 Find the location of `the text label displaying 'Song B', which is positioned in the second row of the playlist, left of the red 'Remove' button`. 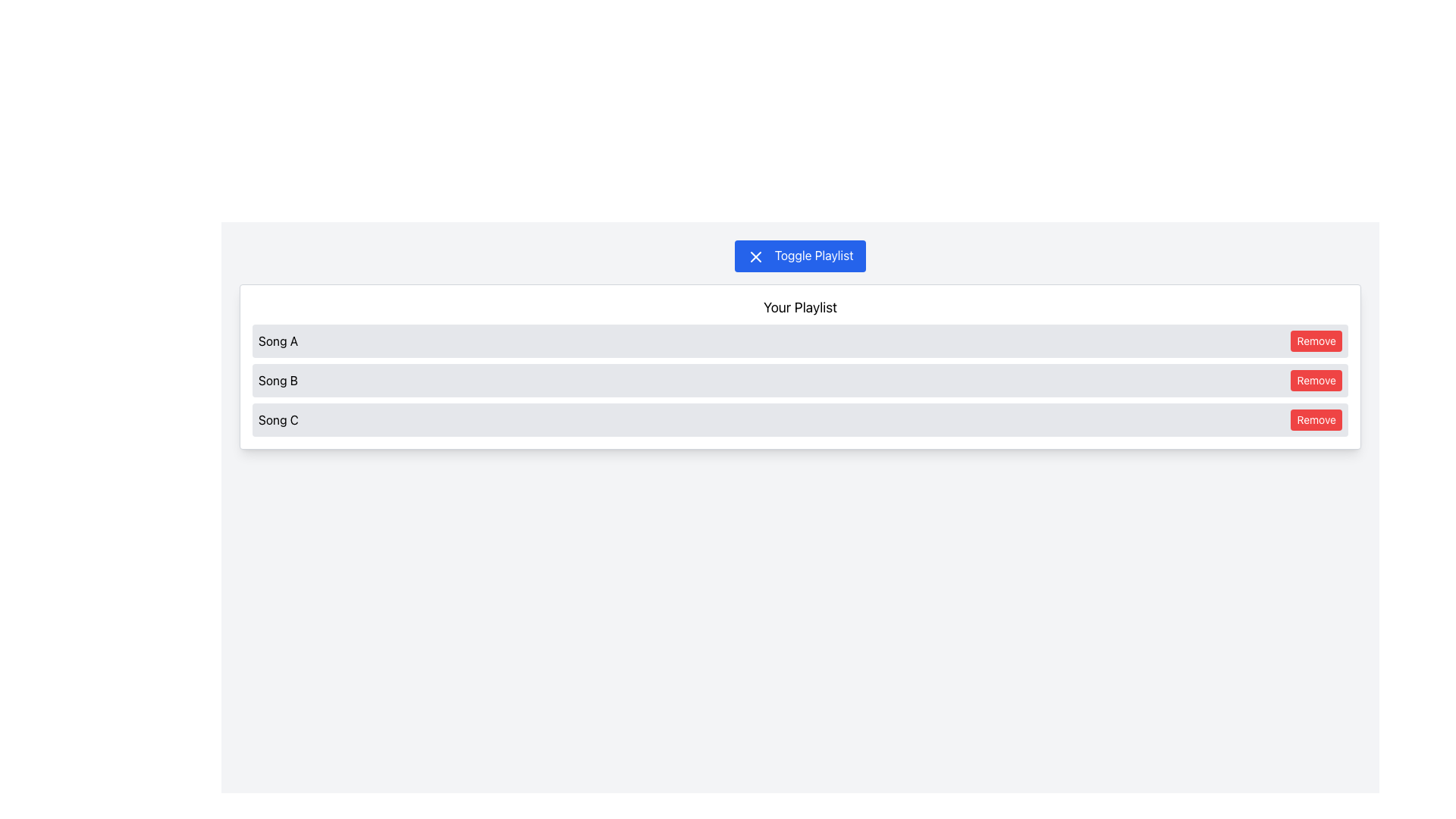

the text label displaying 'Song B', which is positioned in the second row of the playlist, left of the red 'Remove' button is located at coordinates (278, 379).